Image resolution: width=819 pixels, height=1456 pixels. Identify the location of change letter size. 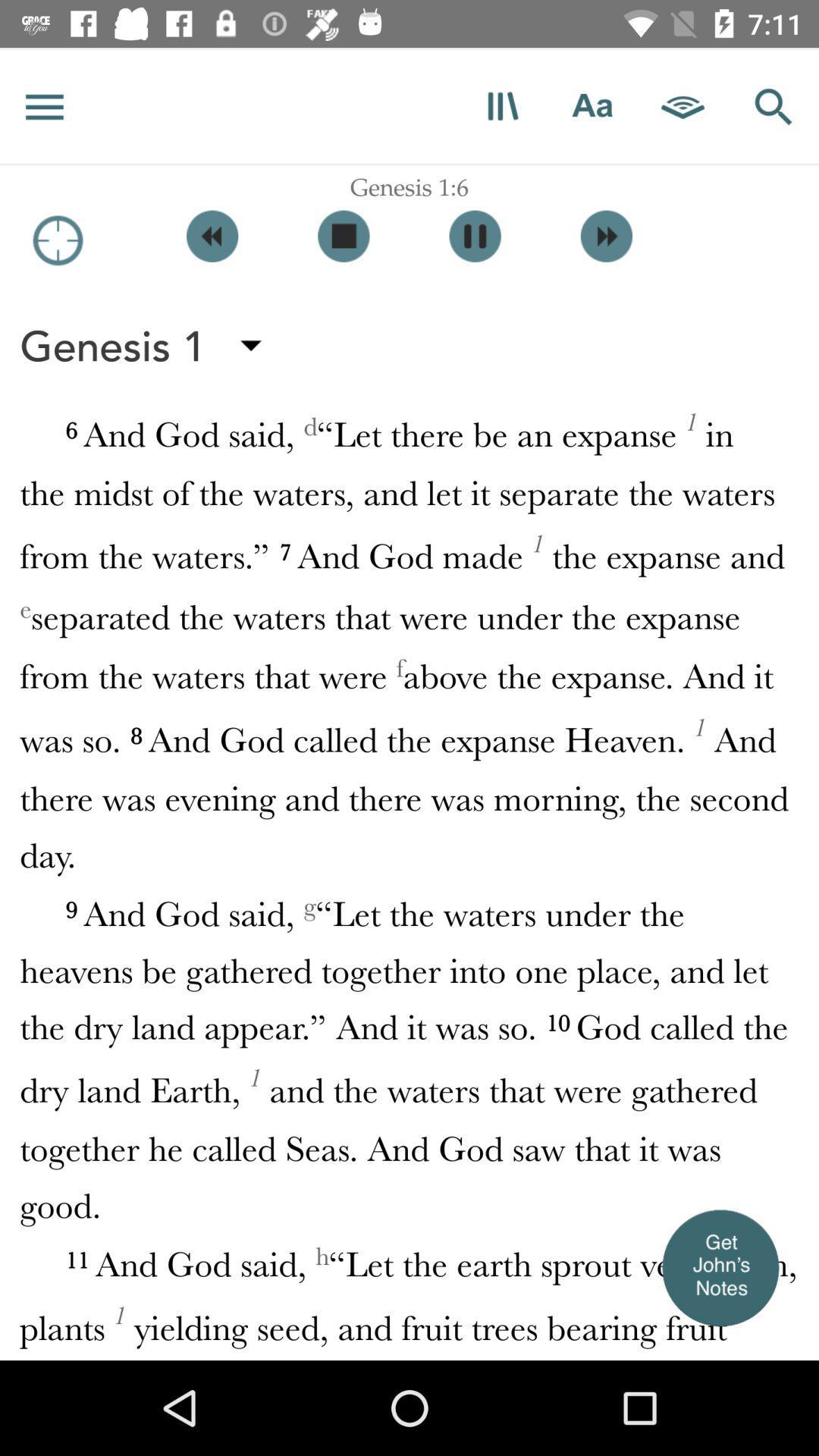
(591, 105).